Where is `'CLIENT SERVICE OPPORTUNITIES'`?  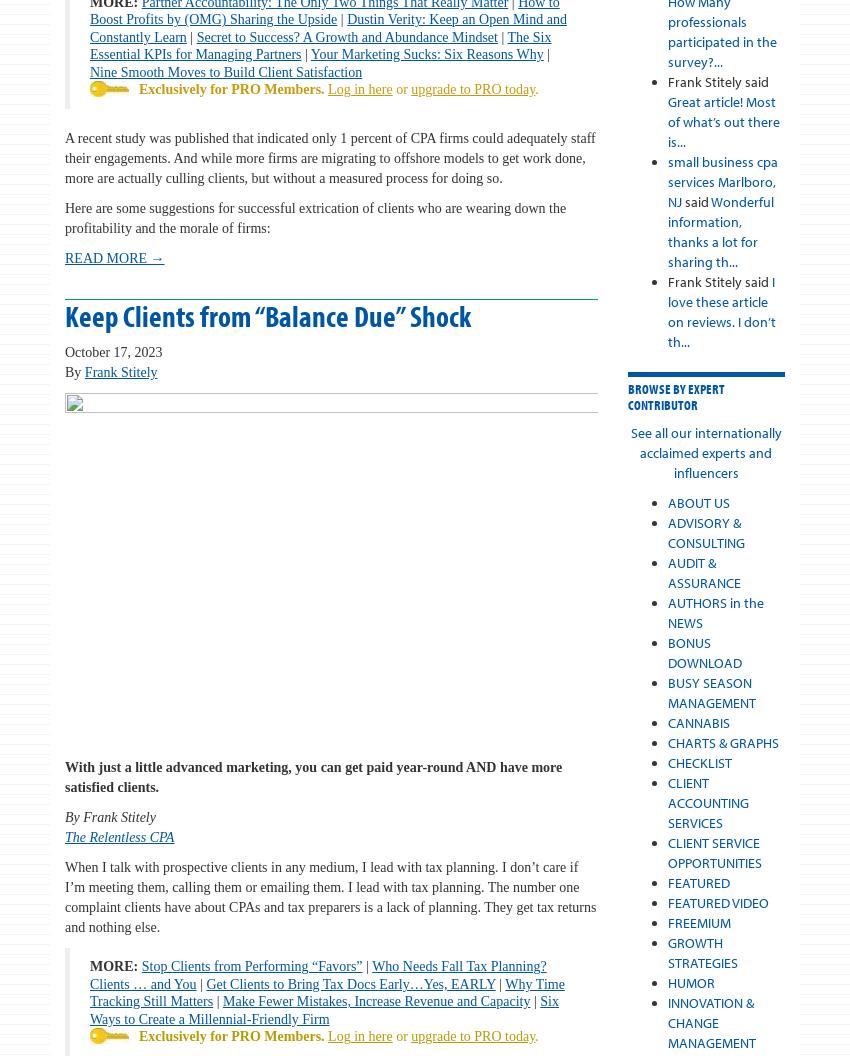
'CLIENT SERVICE OPPORTUNITIES' is located at coordinates (713, 853).